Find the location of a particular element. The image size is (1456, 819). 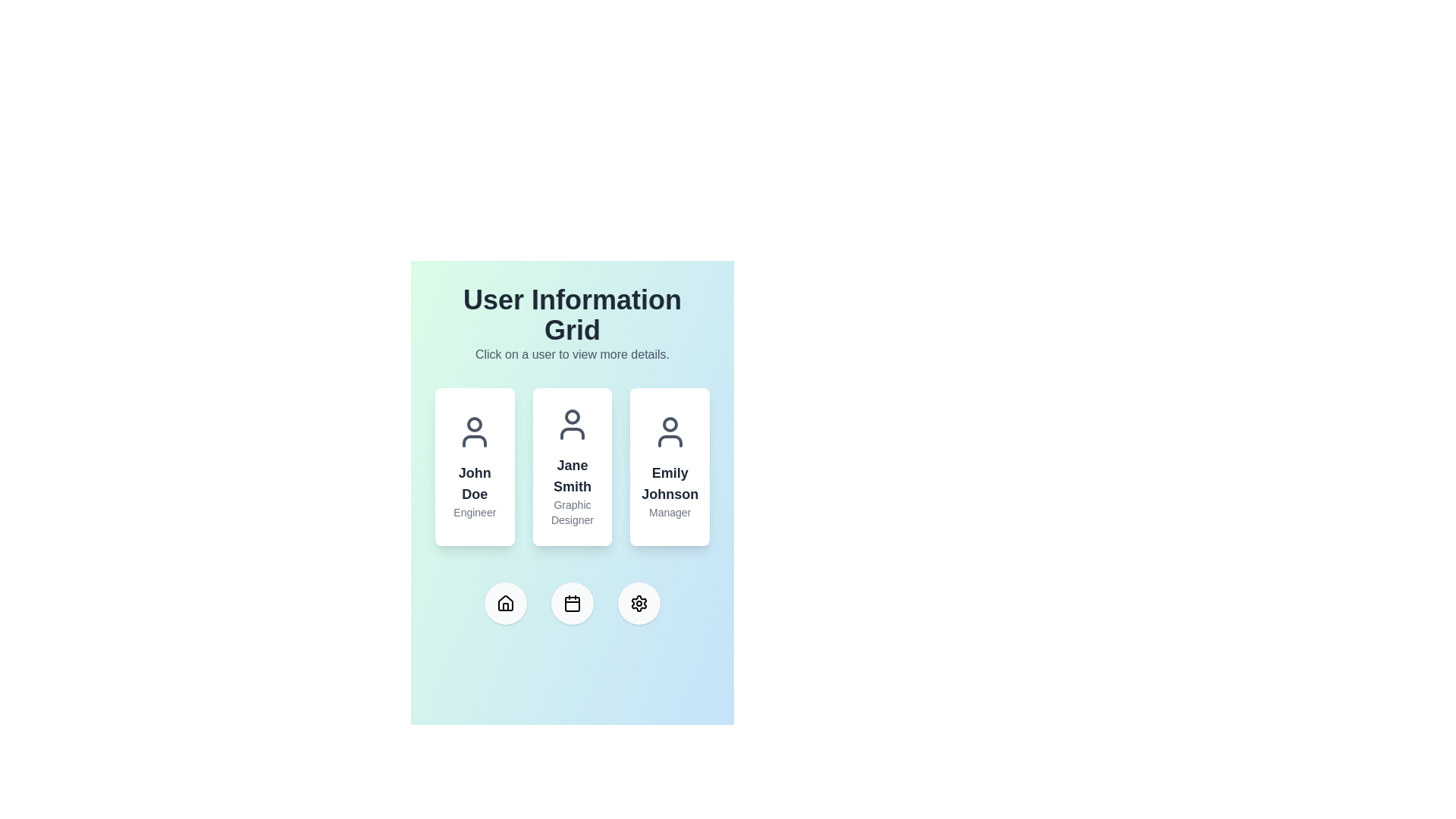

the text label indicating the role or position of 'Emily Johnson' within the user card, located at the far right of the grid is located at coordinates (669, 512).